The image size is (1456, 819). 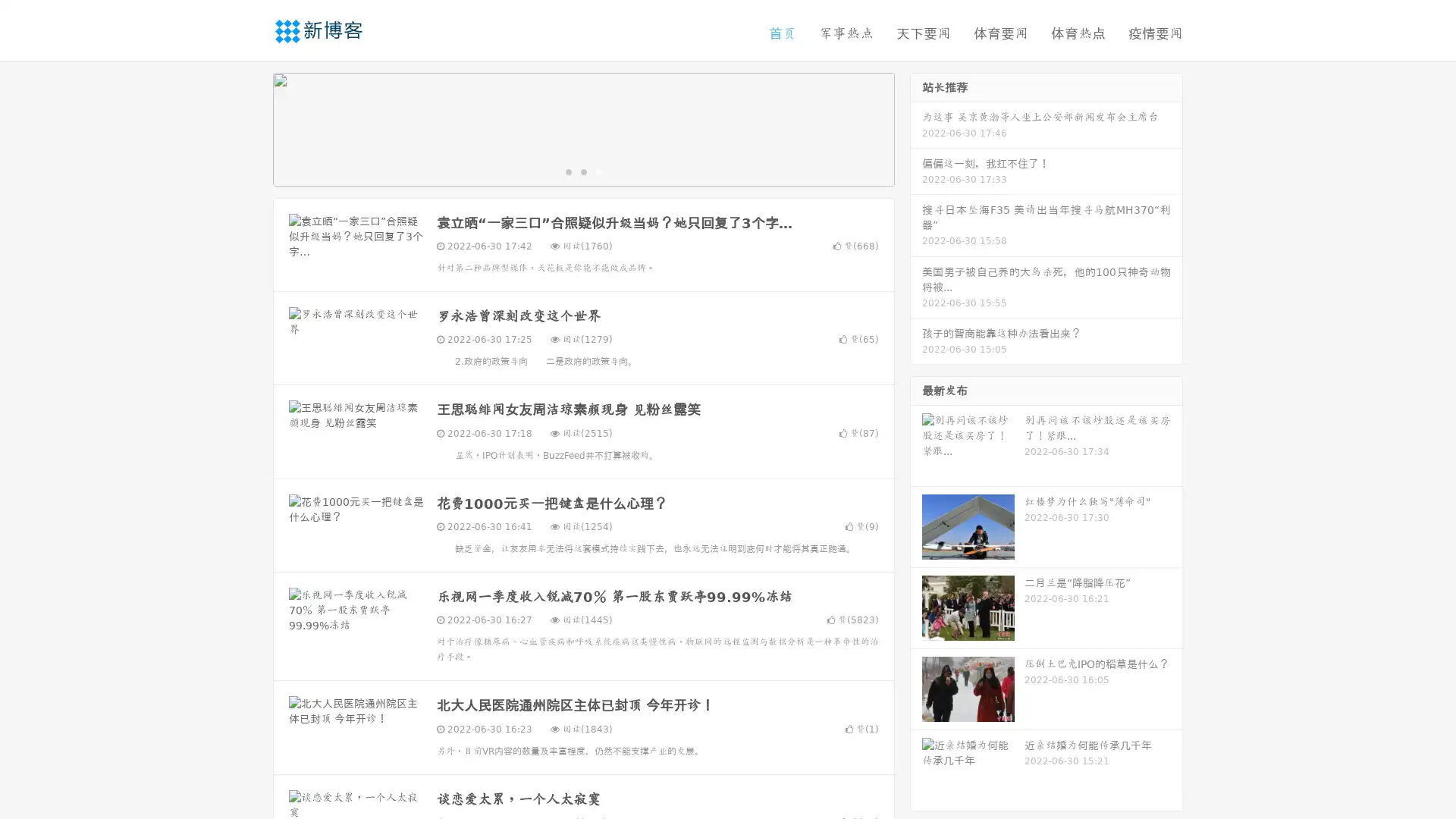 I want to click on Go to slide 2, so click(x=582, y=171).